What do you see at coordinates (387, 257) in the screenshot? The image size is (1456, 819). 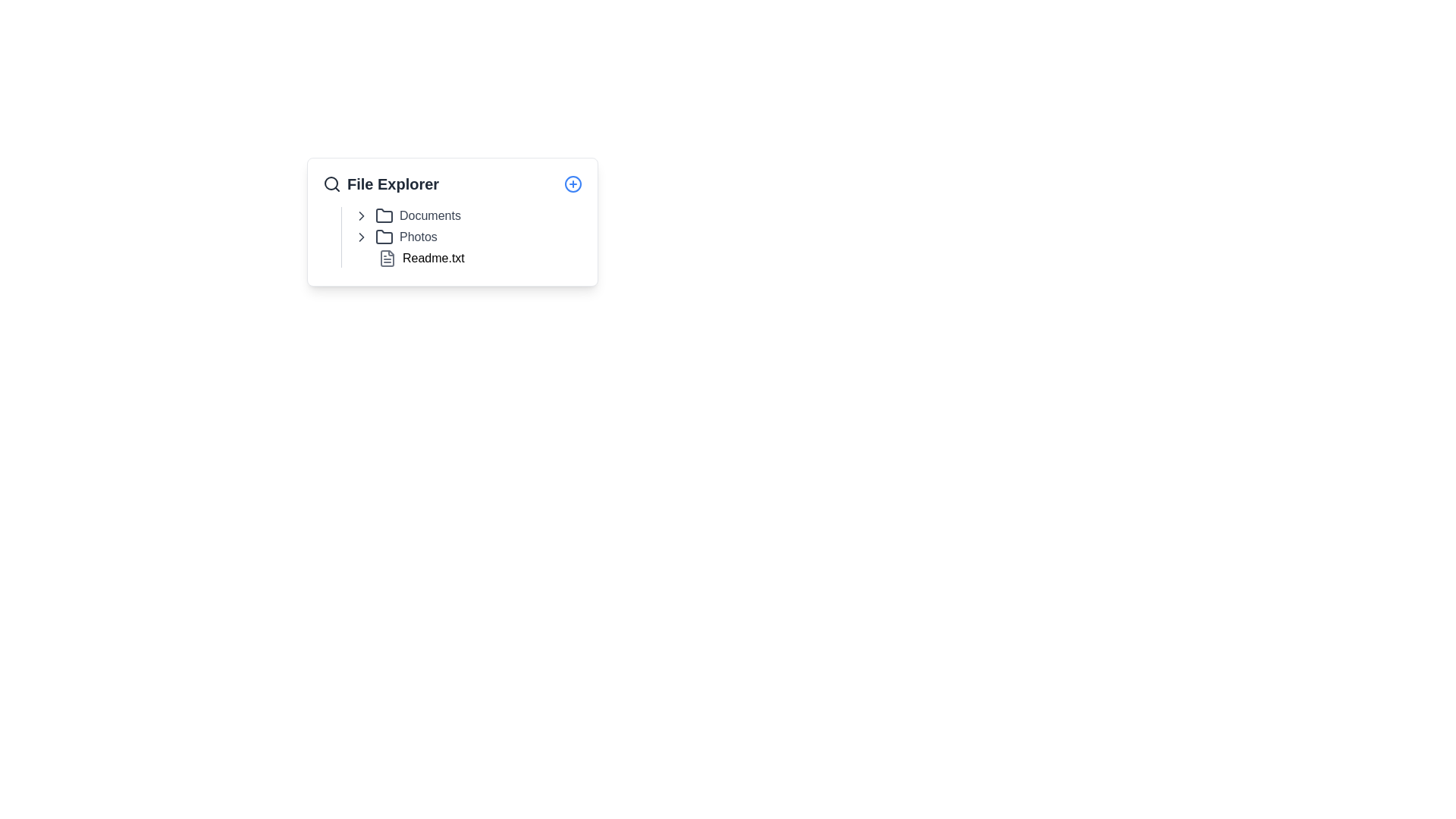 I see `the file icon representing 'Readme.txt'` at bounding box center [387, 257].